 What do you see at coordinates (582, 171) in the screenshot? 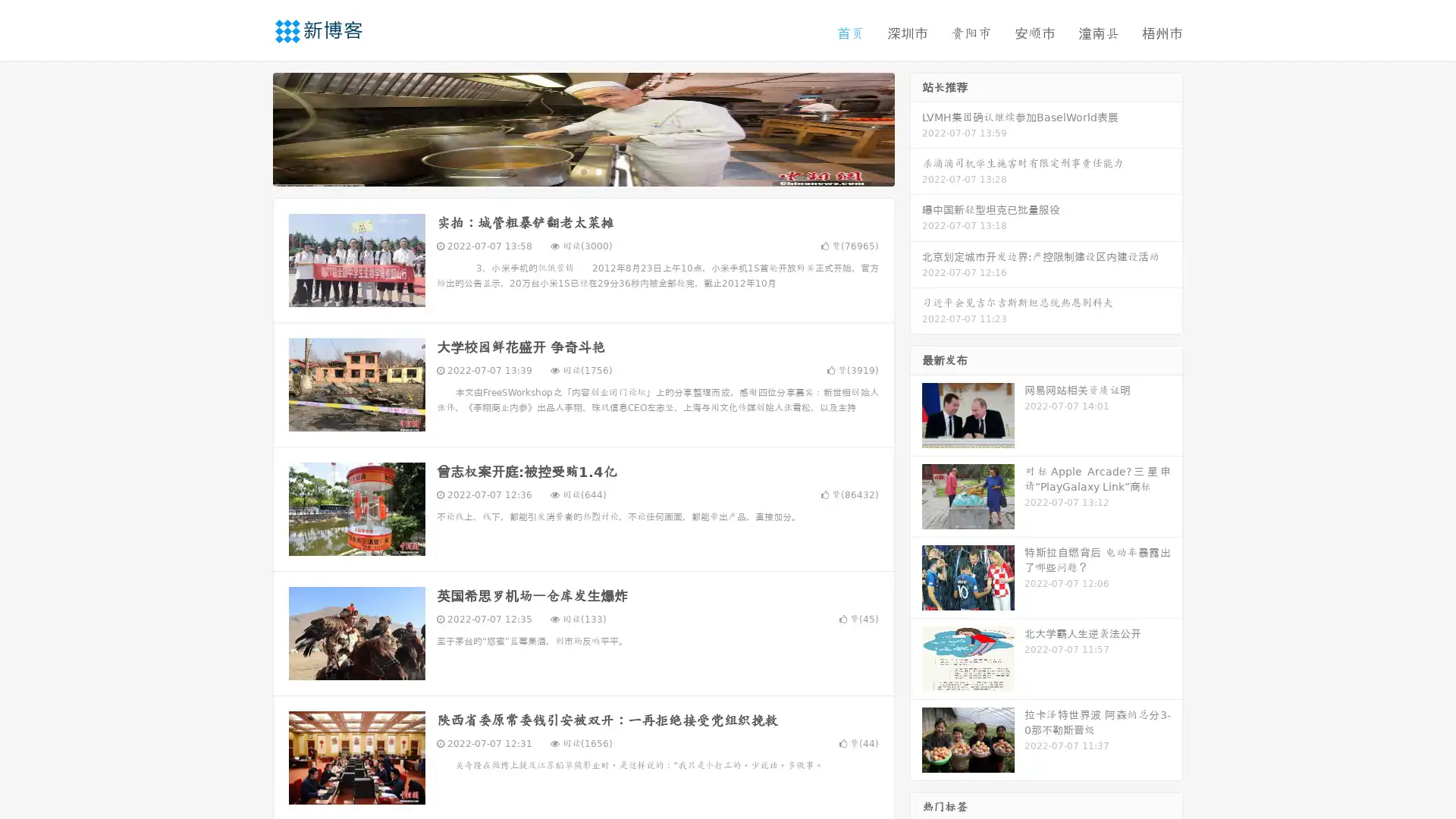
I see `Go to slide 2` at bounding box center [582, 171].